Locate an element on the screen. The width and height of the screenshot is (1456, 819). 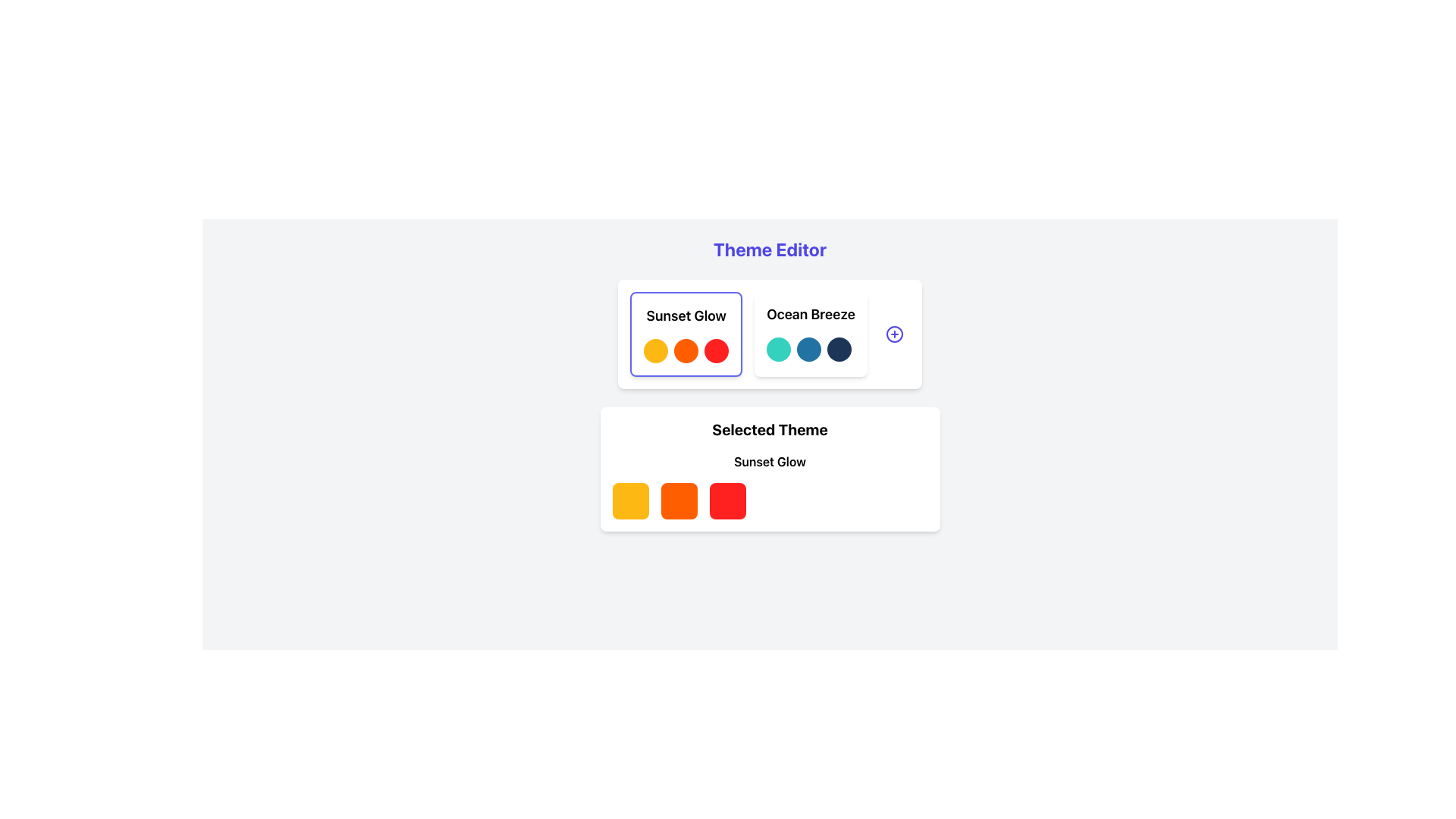
the bold indigo-colored text label that displays 'Theme Editor', which is located at the top-center of the main section of the interface is located at coordinates (770, 248).